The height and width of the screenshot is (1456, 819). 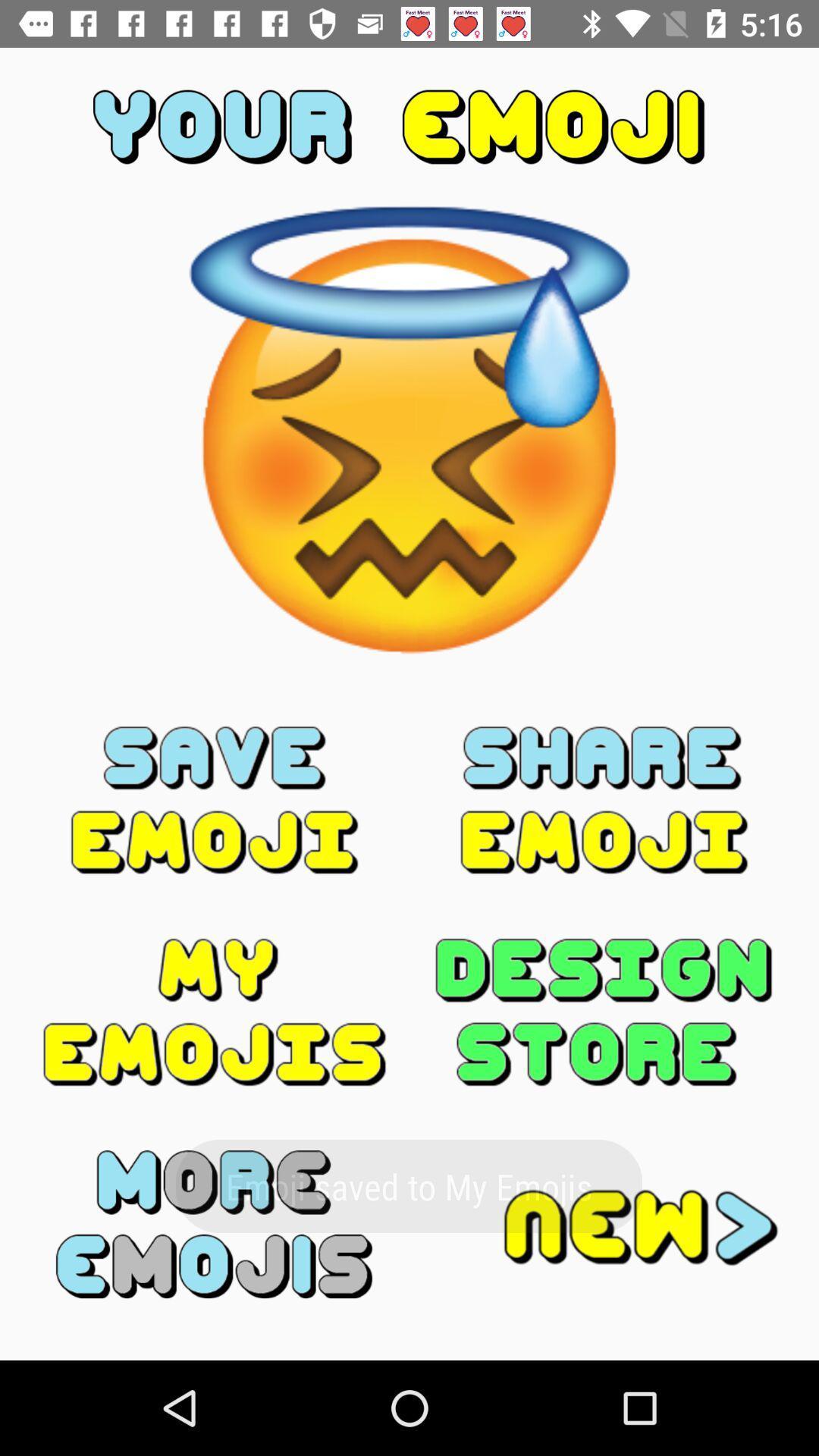 What do you see at coordinates (603, 1224) in the screenshot?
I see `new emoji` at bounding box center [603, 1224].